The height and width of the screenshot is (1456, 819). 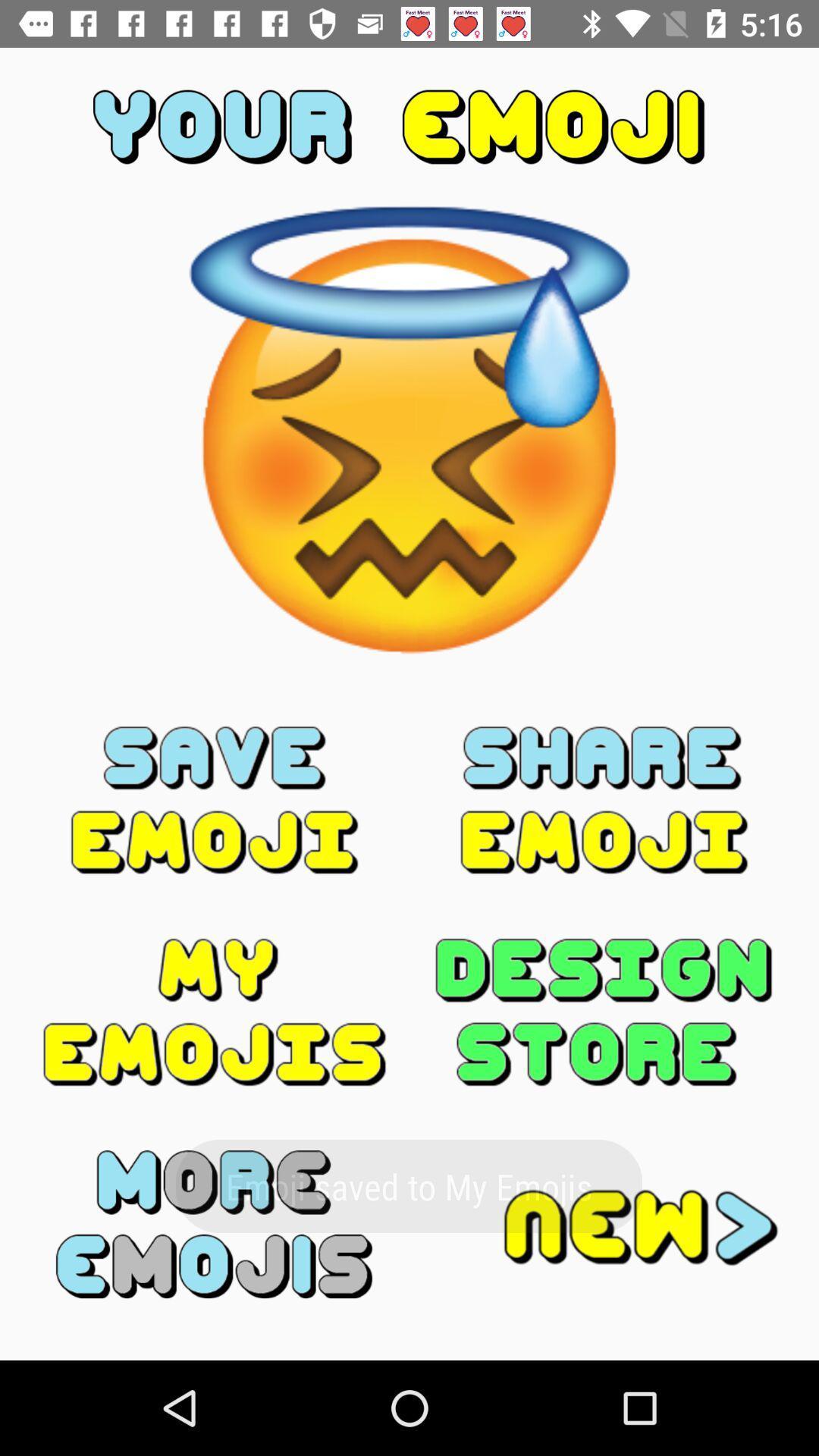 What do you see at coordinates (603, 1224) in the screenshot?
I see `new emoji` at bounding box center [603, 1224].